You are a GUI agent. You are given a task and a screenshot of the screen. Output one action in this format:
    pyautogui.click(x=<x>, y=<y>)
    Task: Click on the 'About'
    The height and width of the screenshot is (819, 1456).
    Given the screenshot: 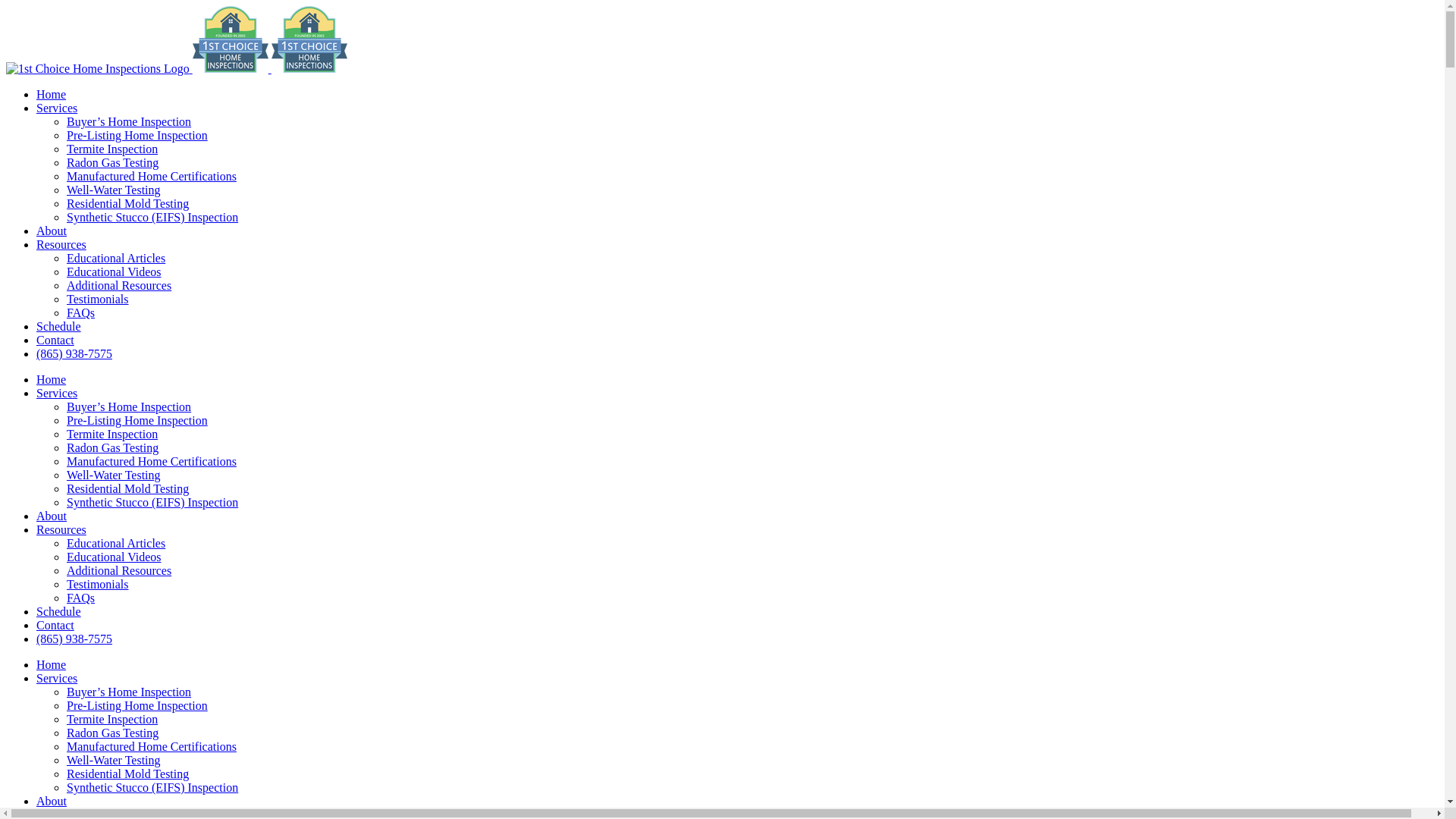 What is the action you would take?
    pyautogui.click(x=51, y=515)
    